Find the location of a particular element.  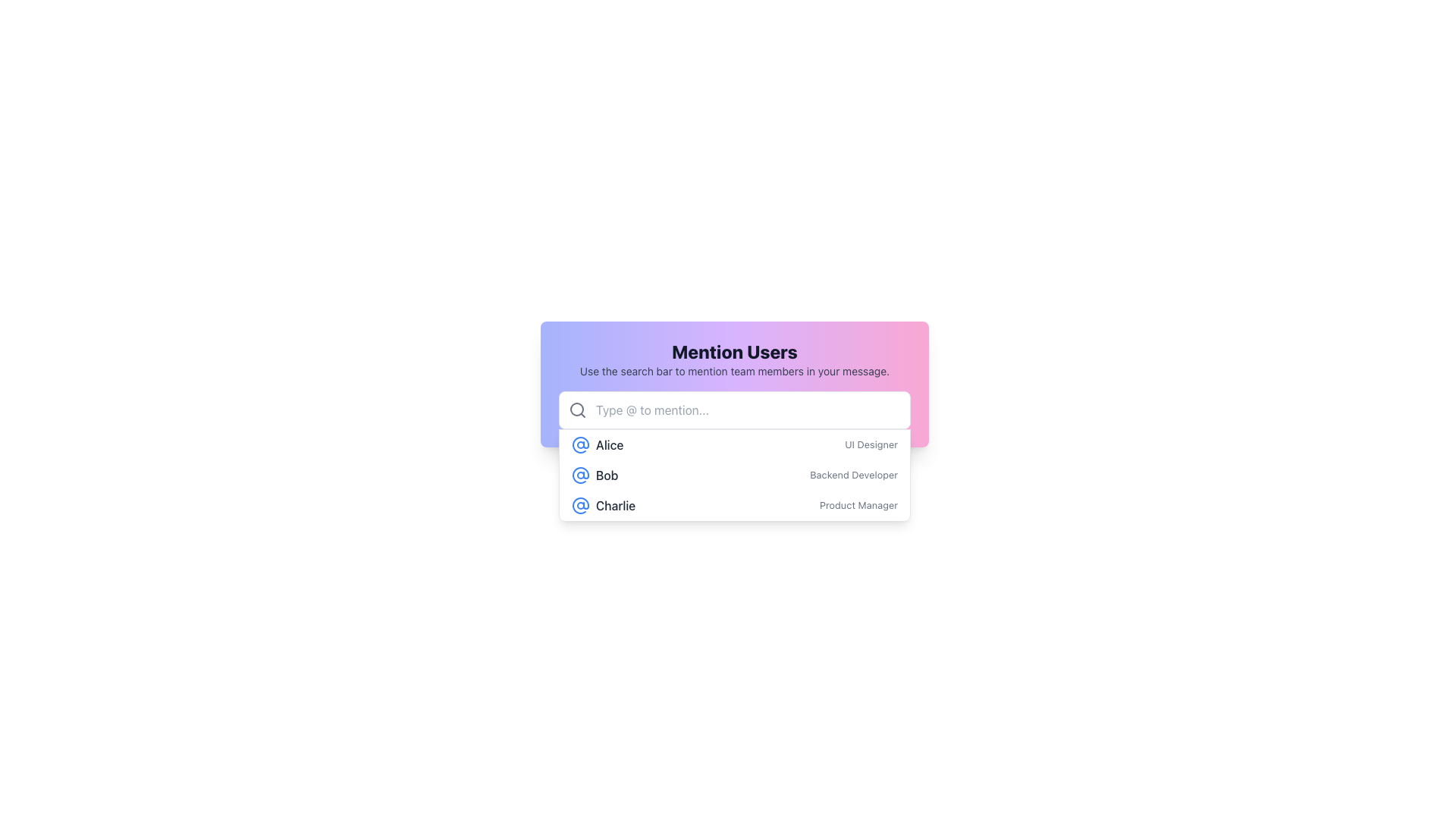

the text label displaying 'Alice' in the user mention suggestion list is located at coordinates (610, 444).